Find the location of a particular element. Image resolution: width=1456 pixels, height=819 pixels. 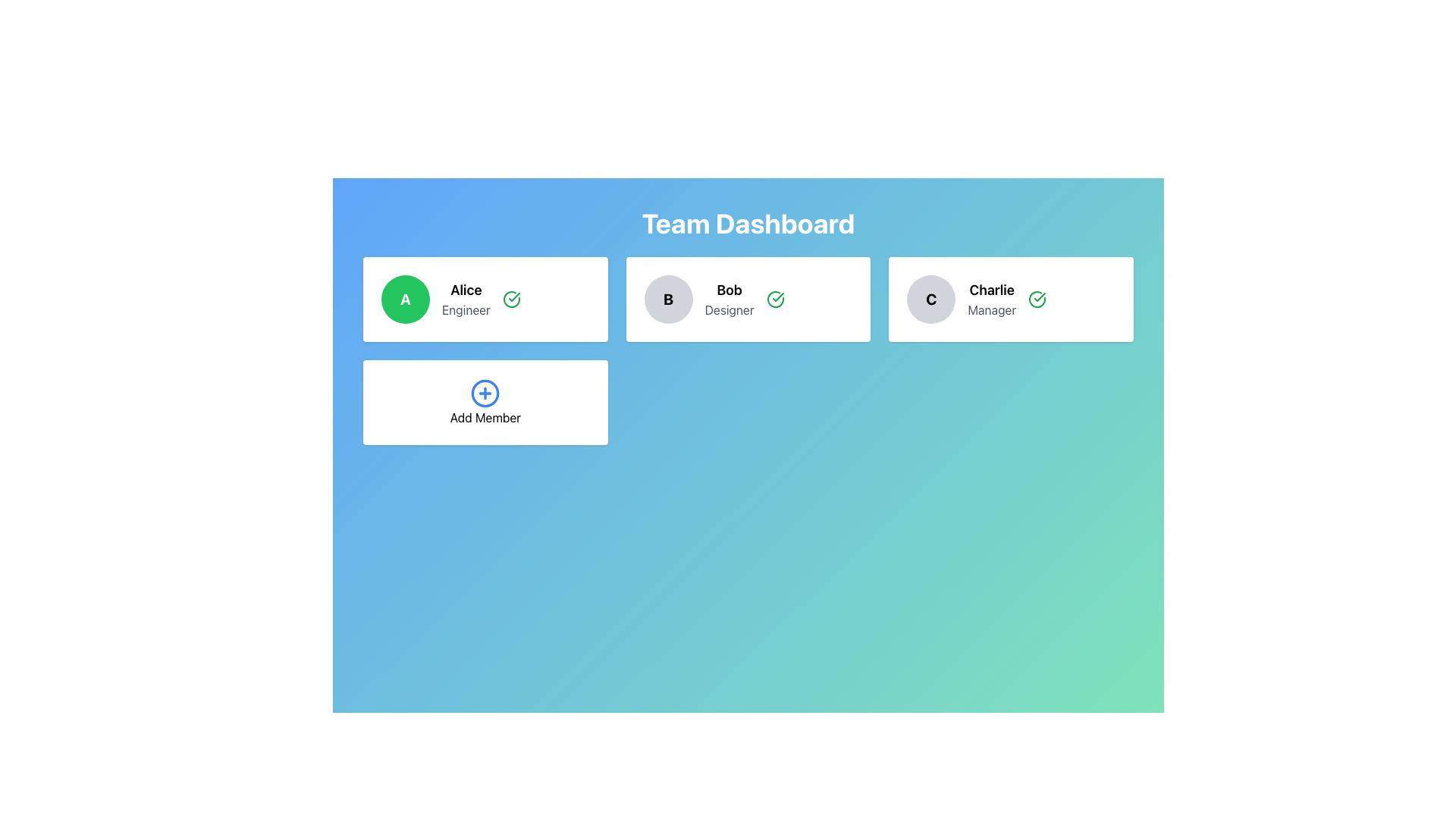

circular icon with a green border and a checkmark in the center, located to the right of the text 'Alice Engineer' within the card for 'Alice' is located at coordinates (511, 299).